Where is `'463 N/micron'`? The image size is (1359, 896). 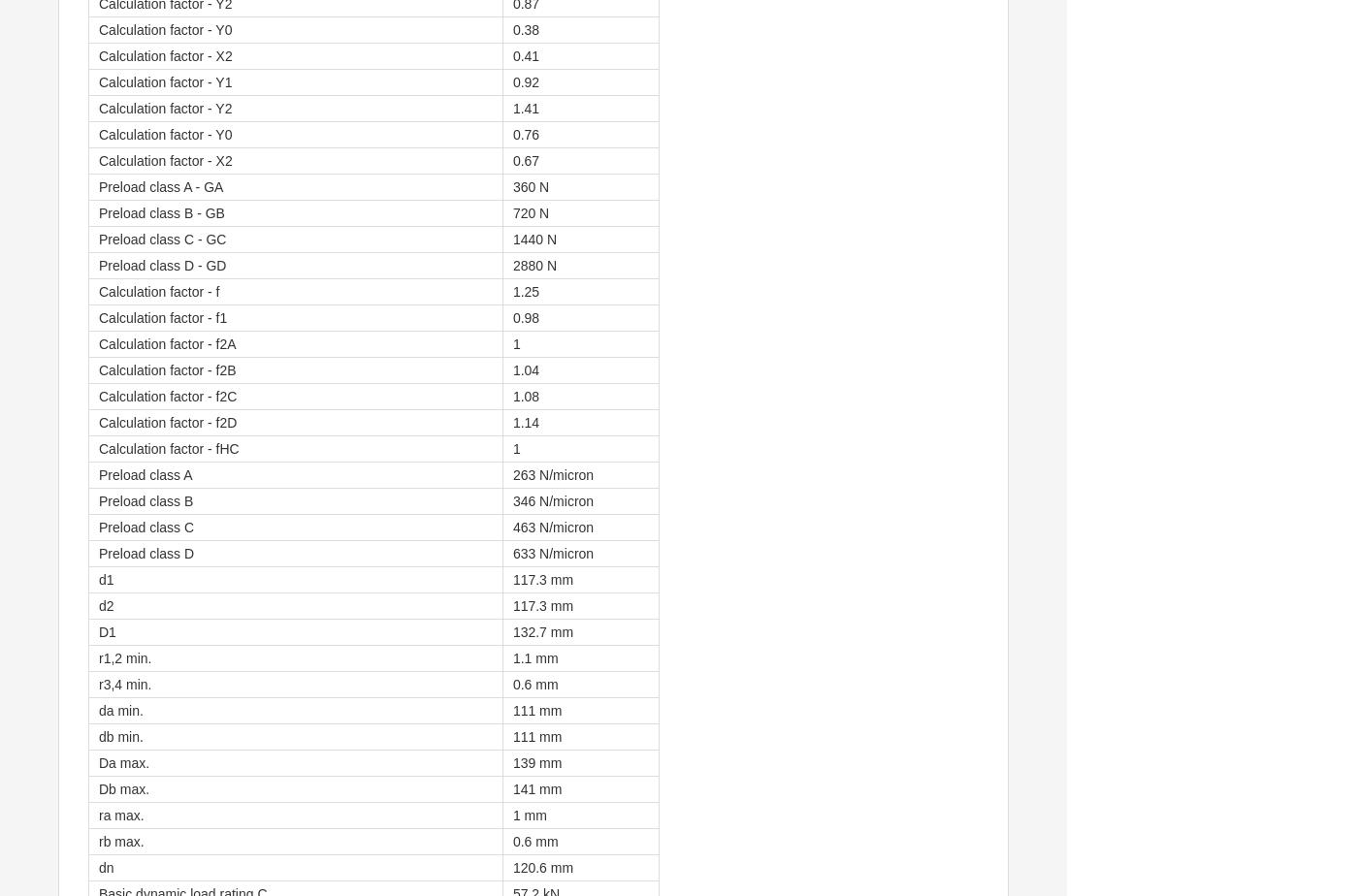 '463 N/micron' is located at coordinates (511, 527).